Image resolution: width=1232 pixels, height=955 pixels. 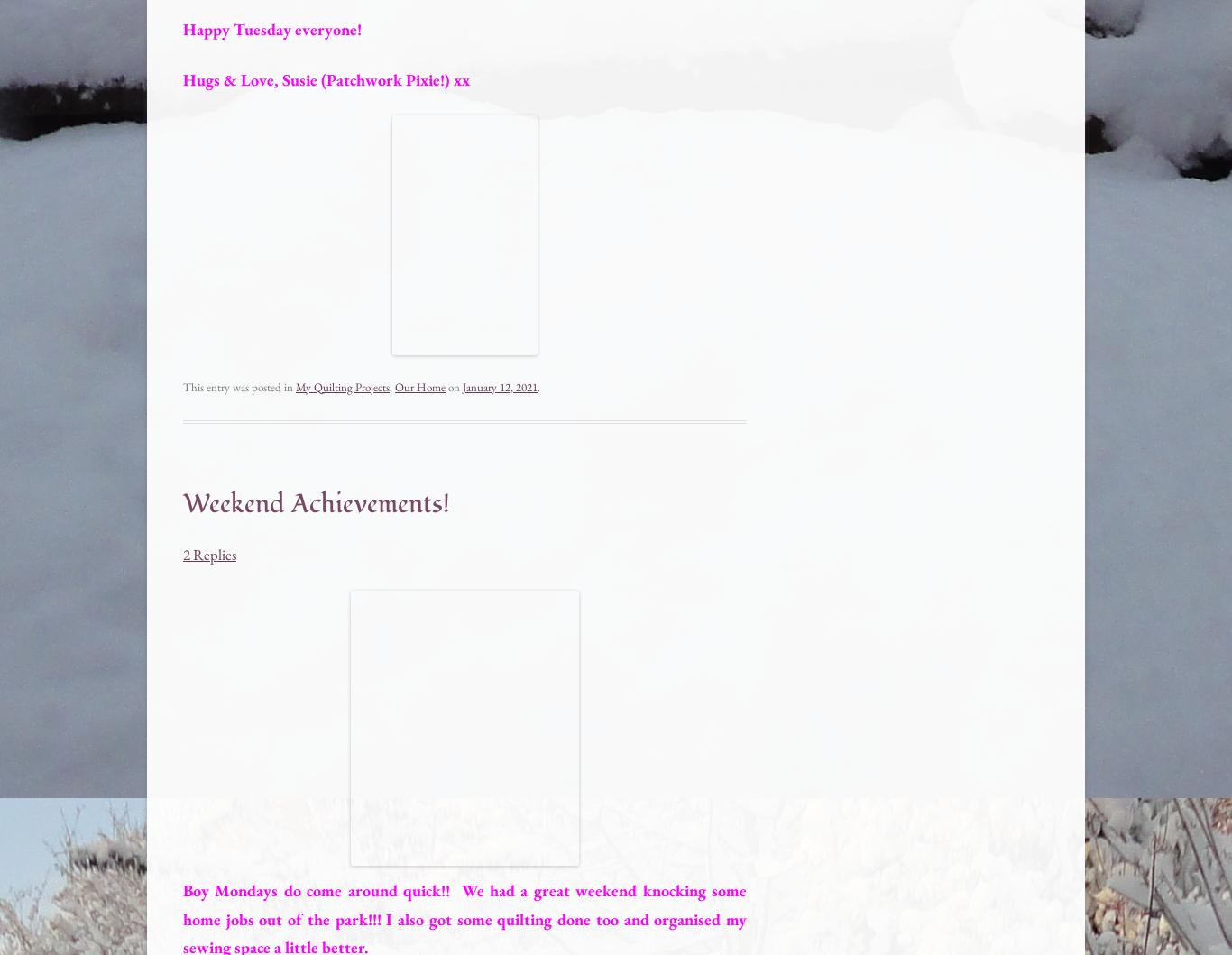 I want to click on ',', so click(x=391, y=386).